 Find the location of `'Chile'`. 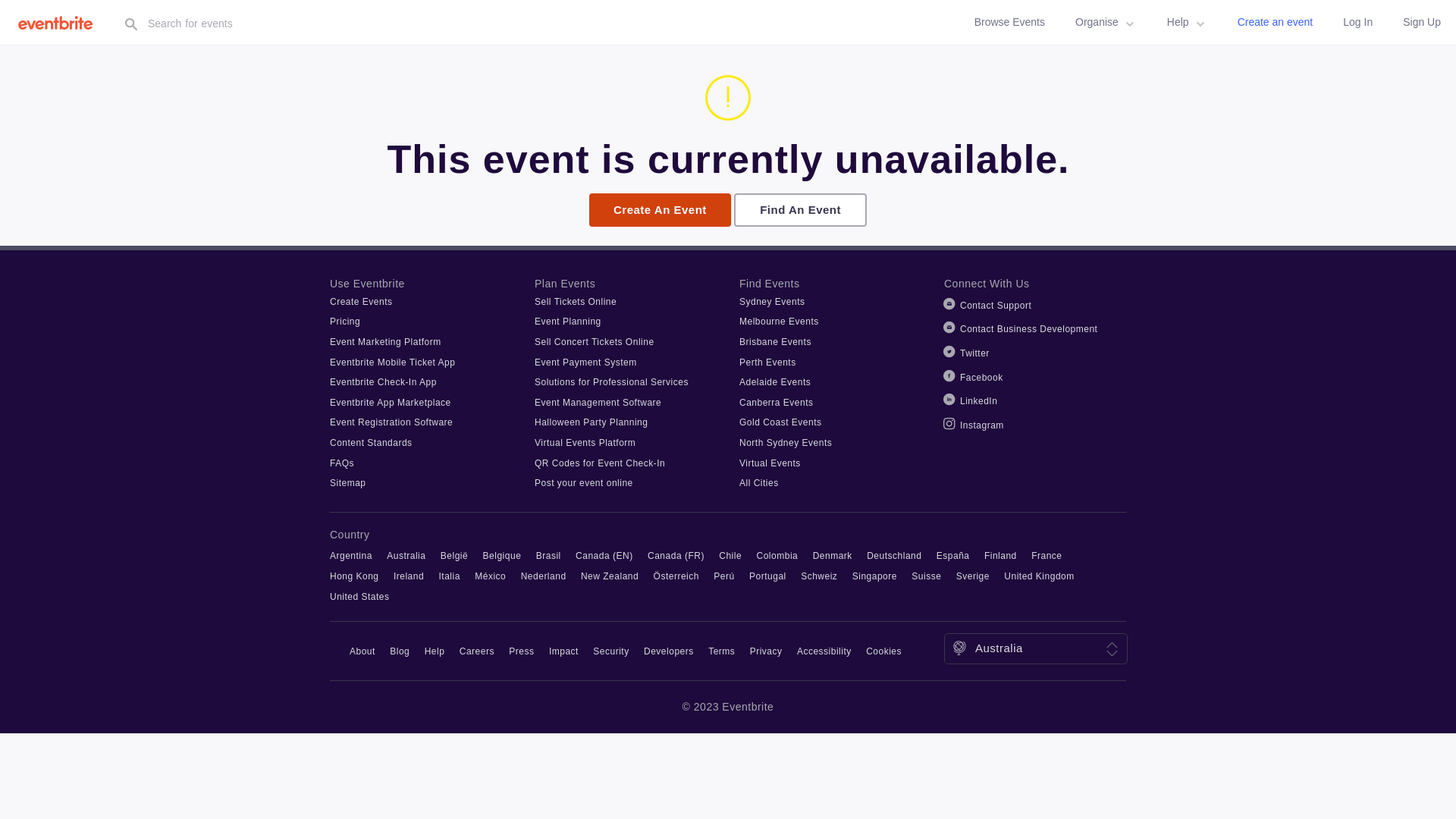

'Chile' is located at coordinates (730, 555).